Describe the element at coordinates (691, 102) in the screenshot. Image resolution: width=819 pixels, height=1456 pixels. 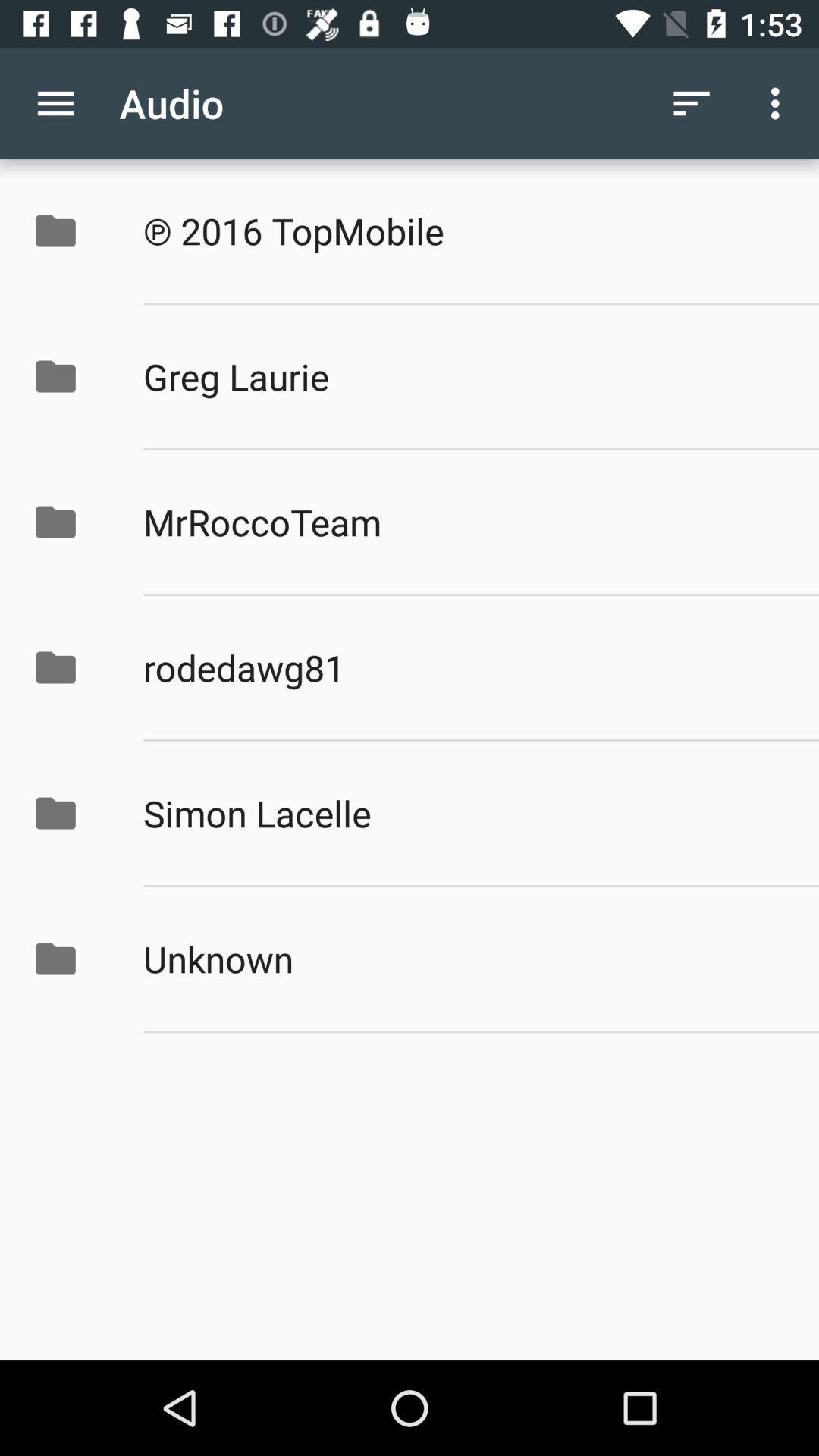
I see `icon next to audio app` at that location.